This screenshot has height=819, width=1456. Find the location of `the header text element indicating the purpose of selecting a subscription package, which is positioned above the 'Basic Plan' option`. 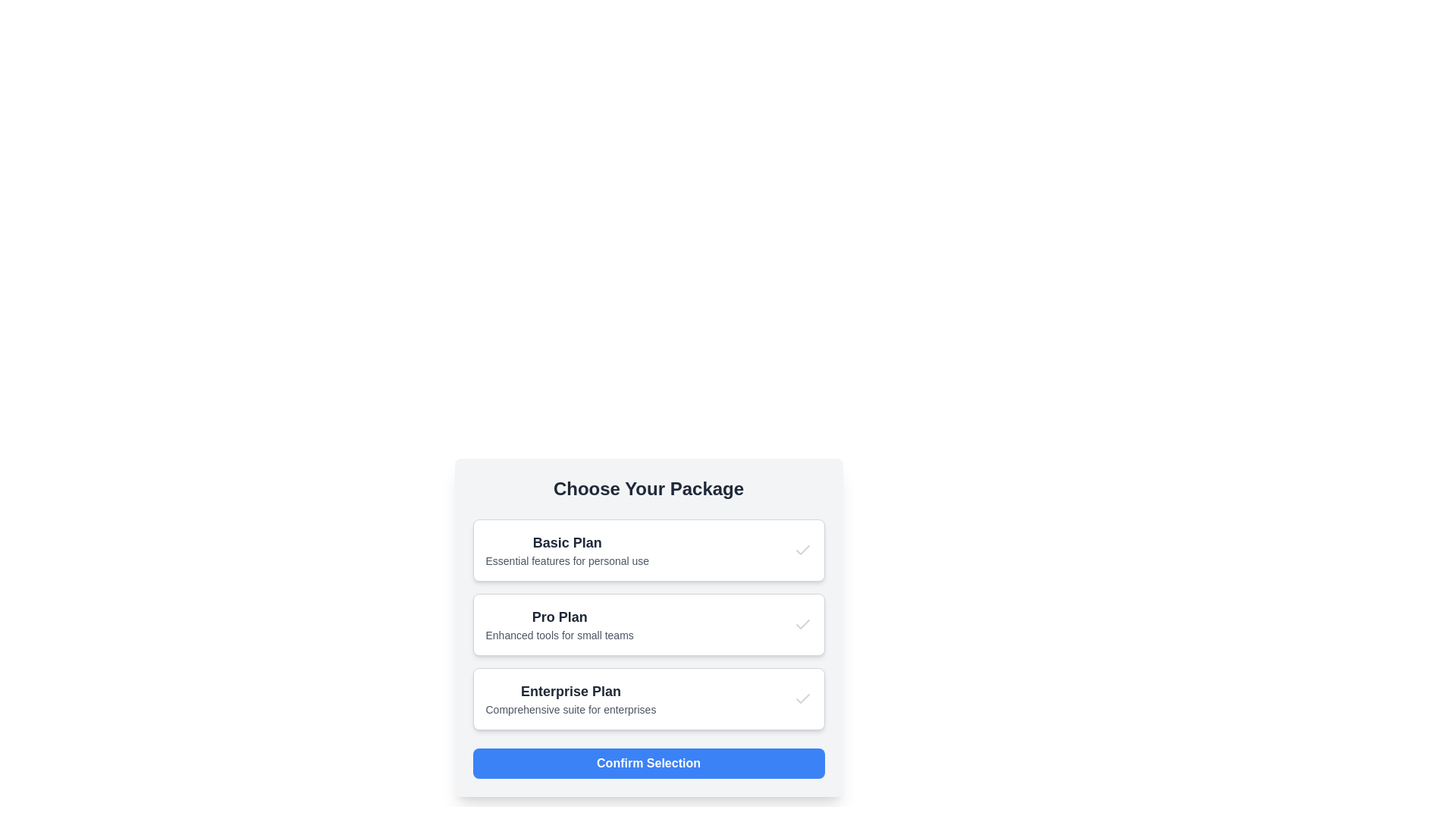

the header text element indicating the purpose of selecting a subscription package, which is positioned above the 'Basic Plan' option is located at coordinates (648, 488).